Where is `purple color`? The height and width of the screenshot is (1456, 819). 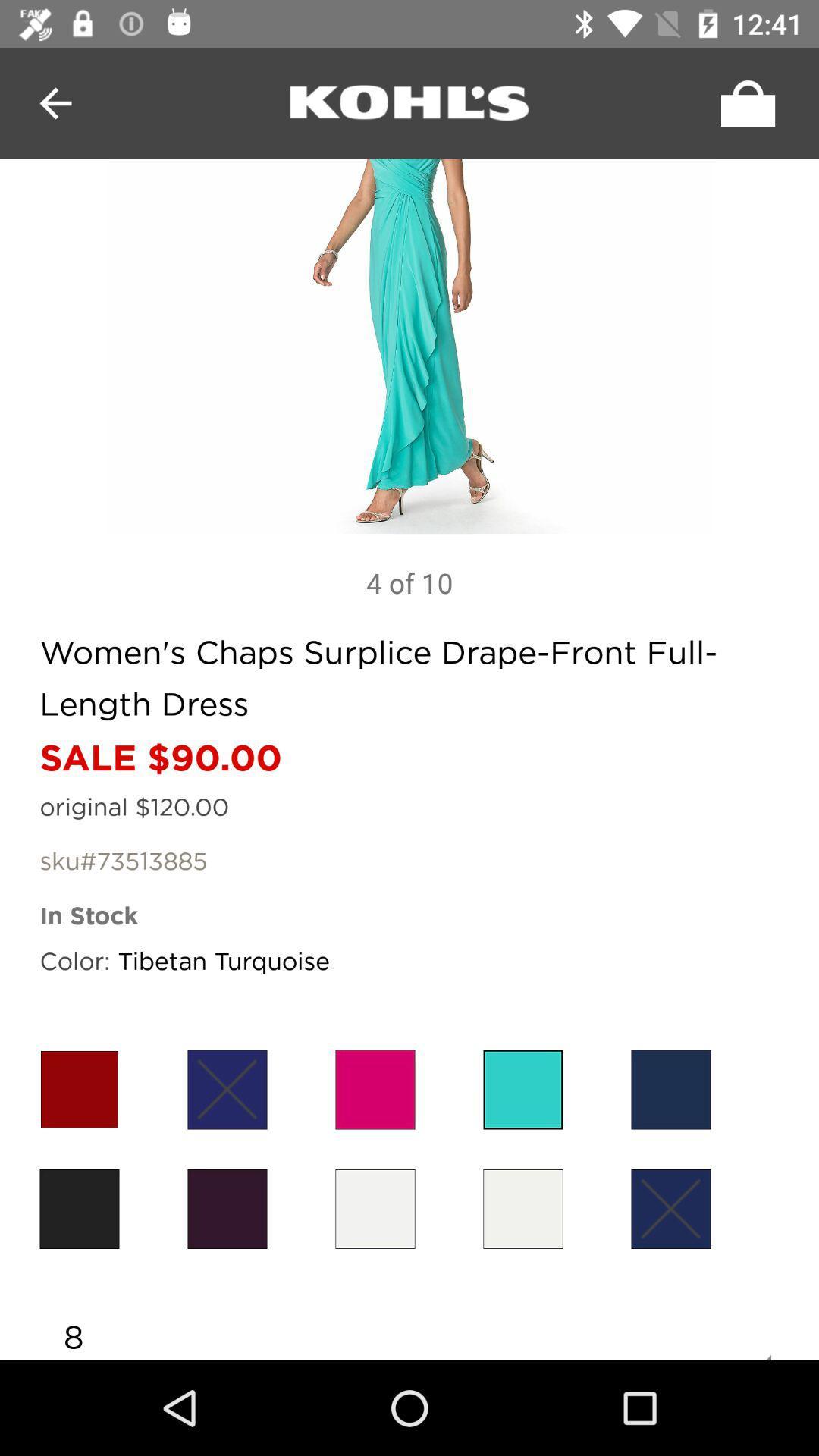
purple color is located at coordinates (227, 1208).